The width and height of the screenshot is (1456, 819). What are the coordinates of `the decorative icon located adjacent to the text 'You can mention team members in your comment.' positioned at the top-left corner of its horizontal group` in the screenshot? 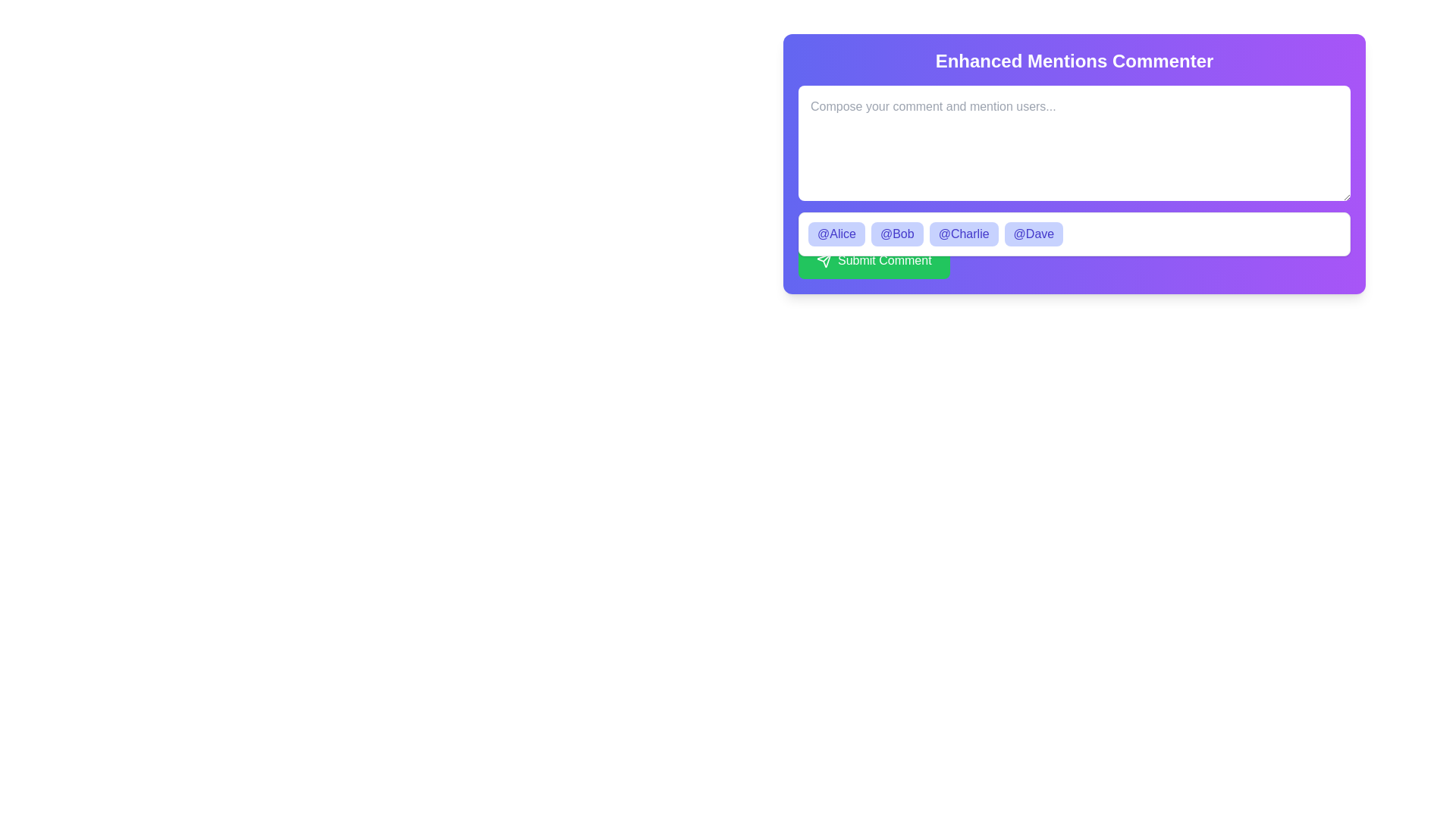 It's located at (807, 227).